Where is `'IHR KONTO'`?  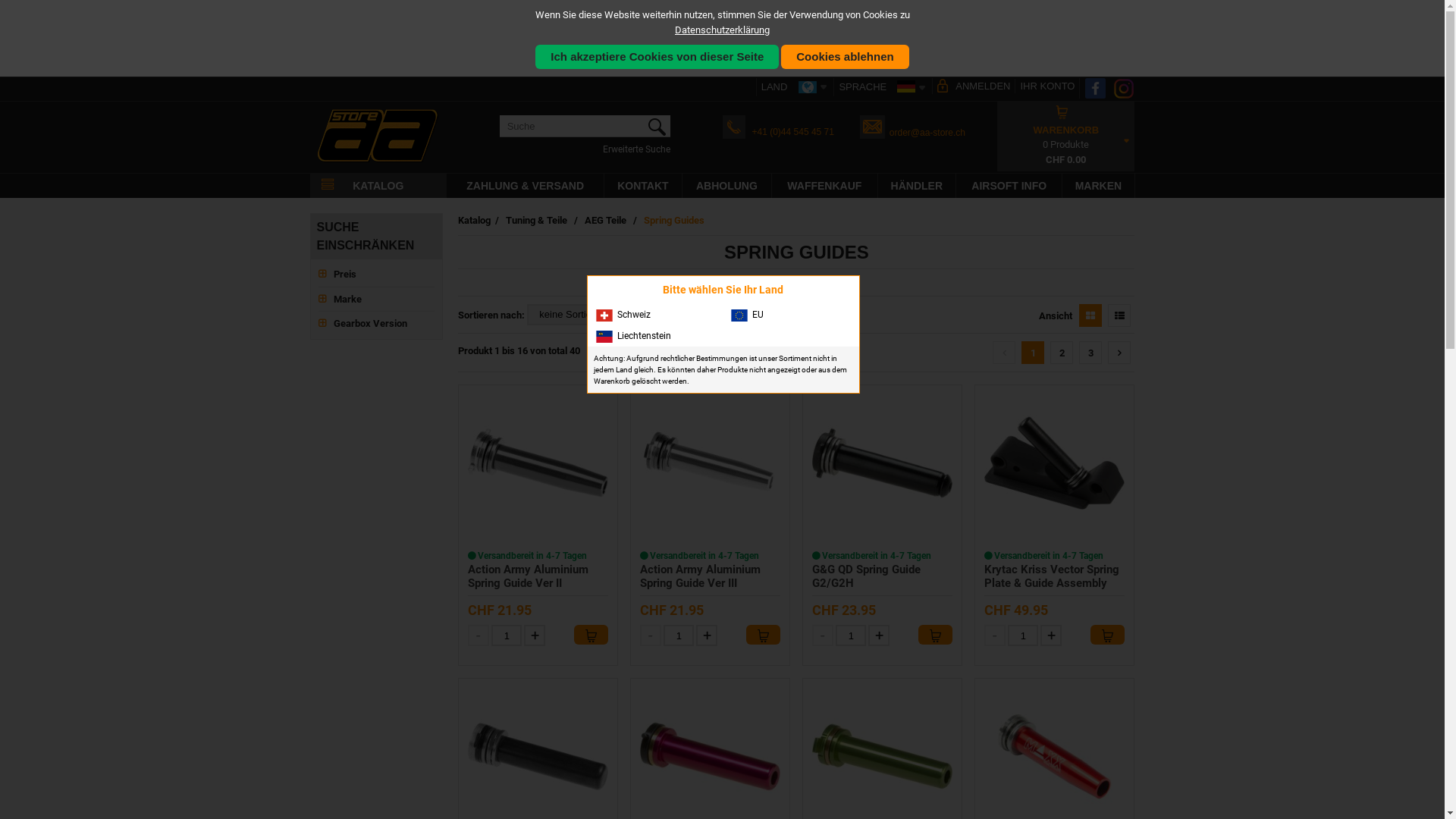 'IHR KONTO' is located at coordinates (1046, 86).